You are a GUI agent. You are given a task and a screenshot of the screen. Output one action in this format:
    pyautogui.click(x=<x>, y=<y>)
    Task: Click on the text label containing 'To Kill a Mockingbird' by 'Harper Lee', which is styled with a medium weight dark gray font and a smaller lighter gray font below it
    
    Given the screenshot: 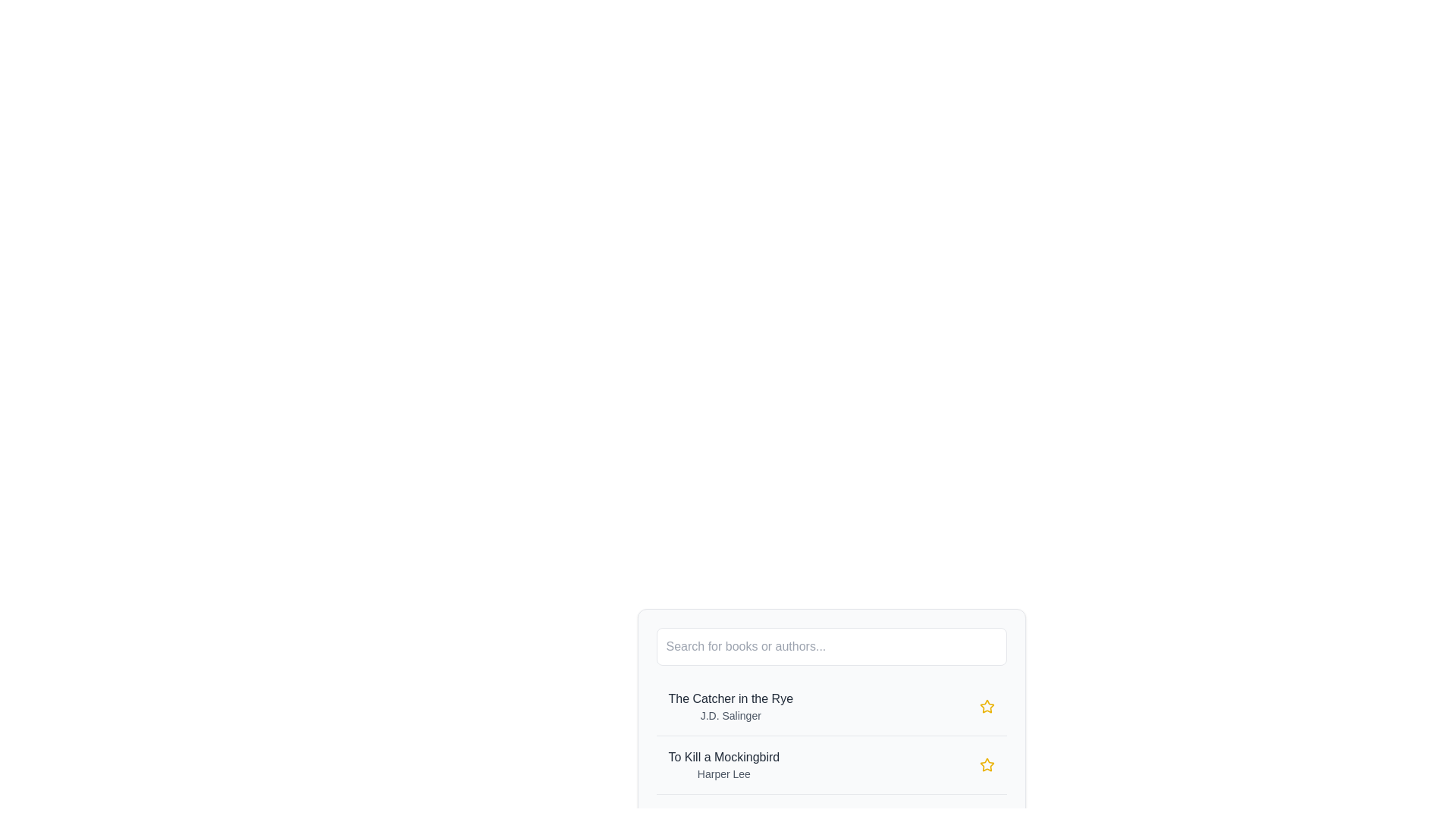 What is the action you would take?
    pyautogui.click(x=723, y=765)
    